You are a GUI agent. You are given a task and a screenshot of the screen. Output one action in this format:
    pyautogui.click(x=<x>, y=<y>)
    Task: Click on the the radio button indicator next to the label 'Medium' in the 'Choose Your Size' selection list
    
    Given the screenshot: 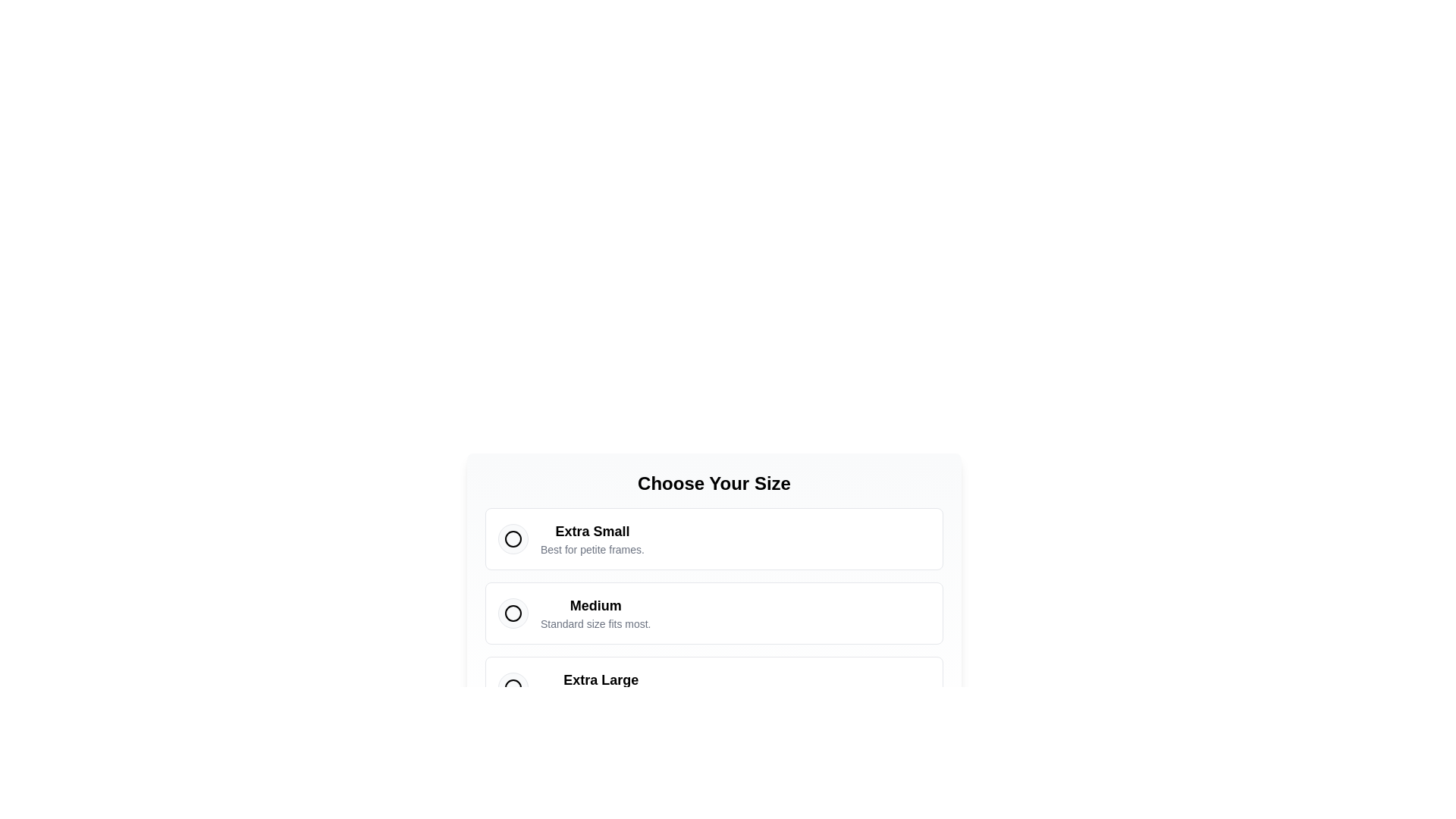 What is the action you would take?
    pyautogui.click(x=513, y=613)
    